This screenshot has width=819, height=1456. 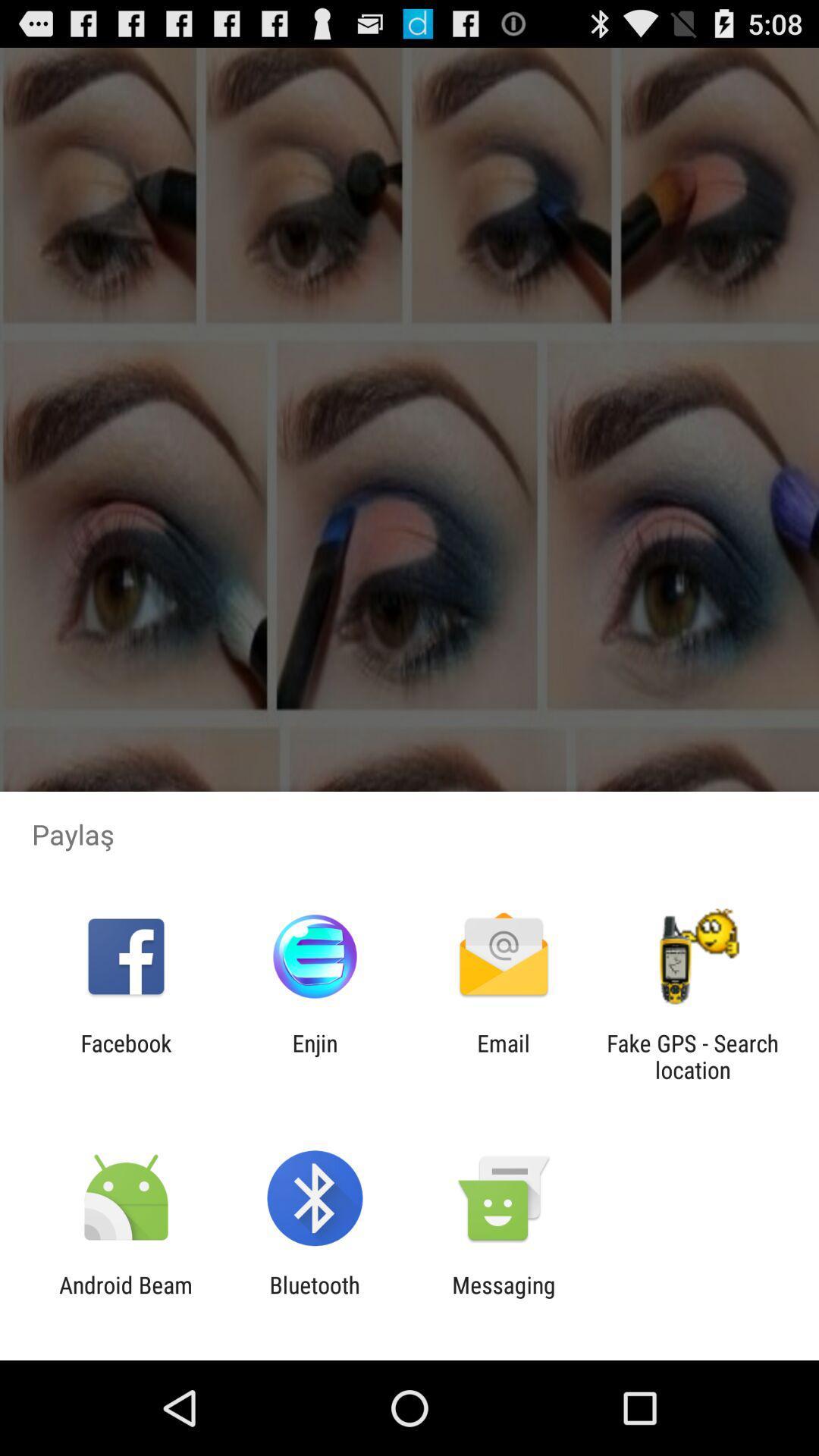 What do you see at coordinates (125, 1056) in the screenshot?
I see `facebook icon` at bounding box center [125, 1056].